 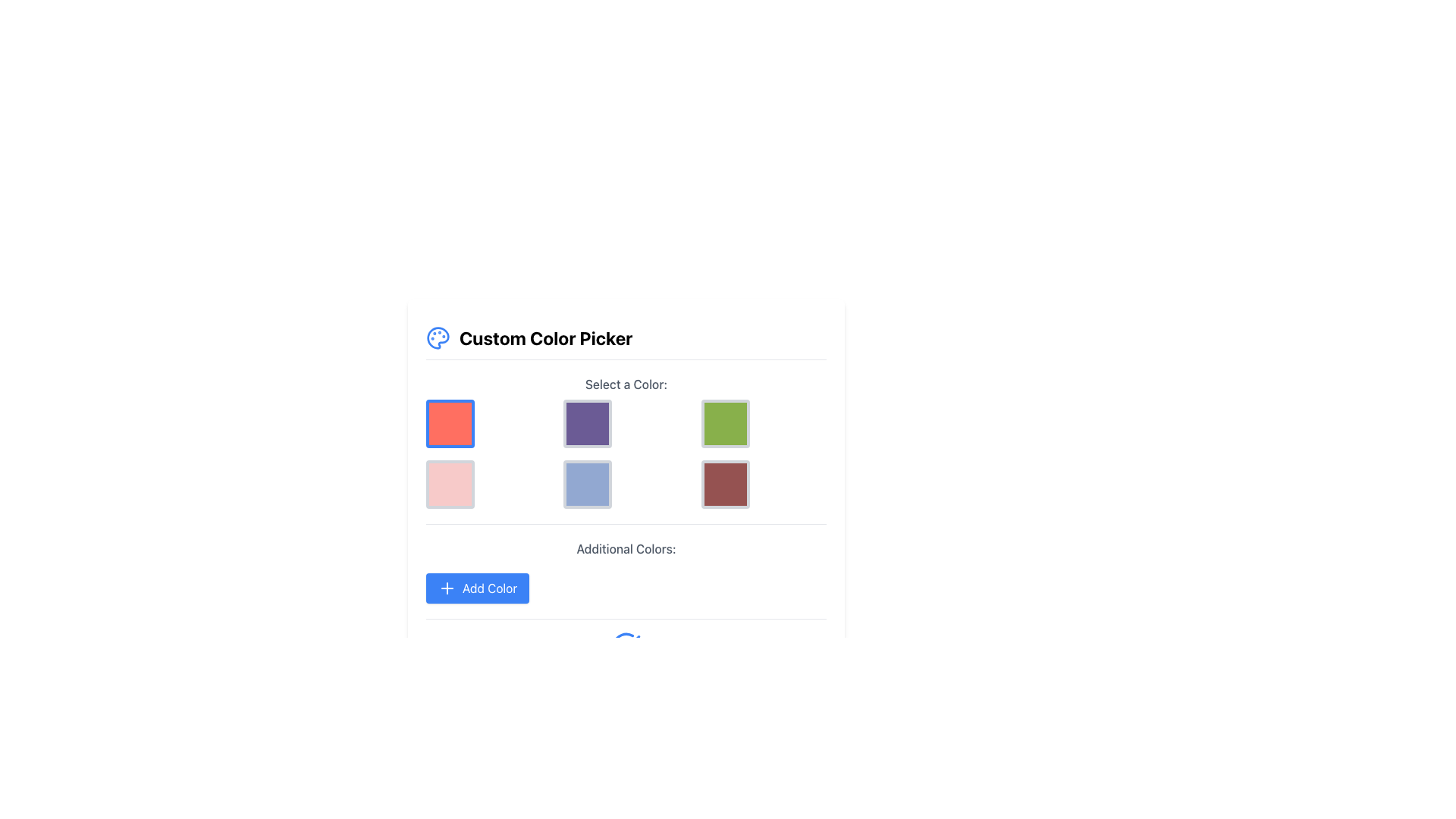 I want to click on the bright red square button with a blue border located in the 'Select a Color:' section, so click(x=450, y=424).